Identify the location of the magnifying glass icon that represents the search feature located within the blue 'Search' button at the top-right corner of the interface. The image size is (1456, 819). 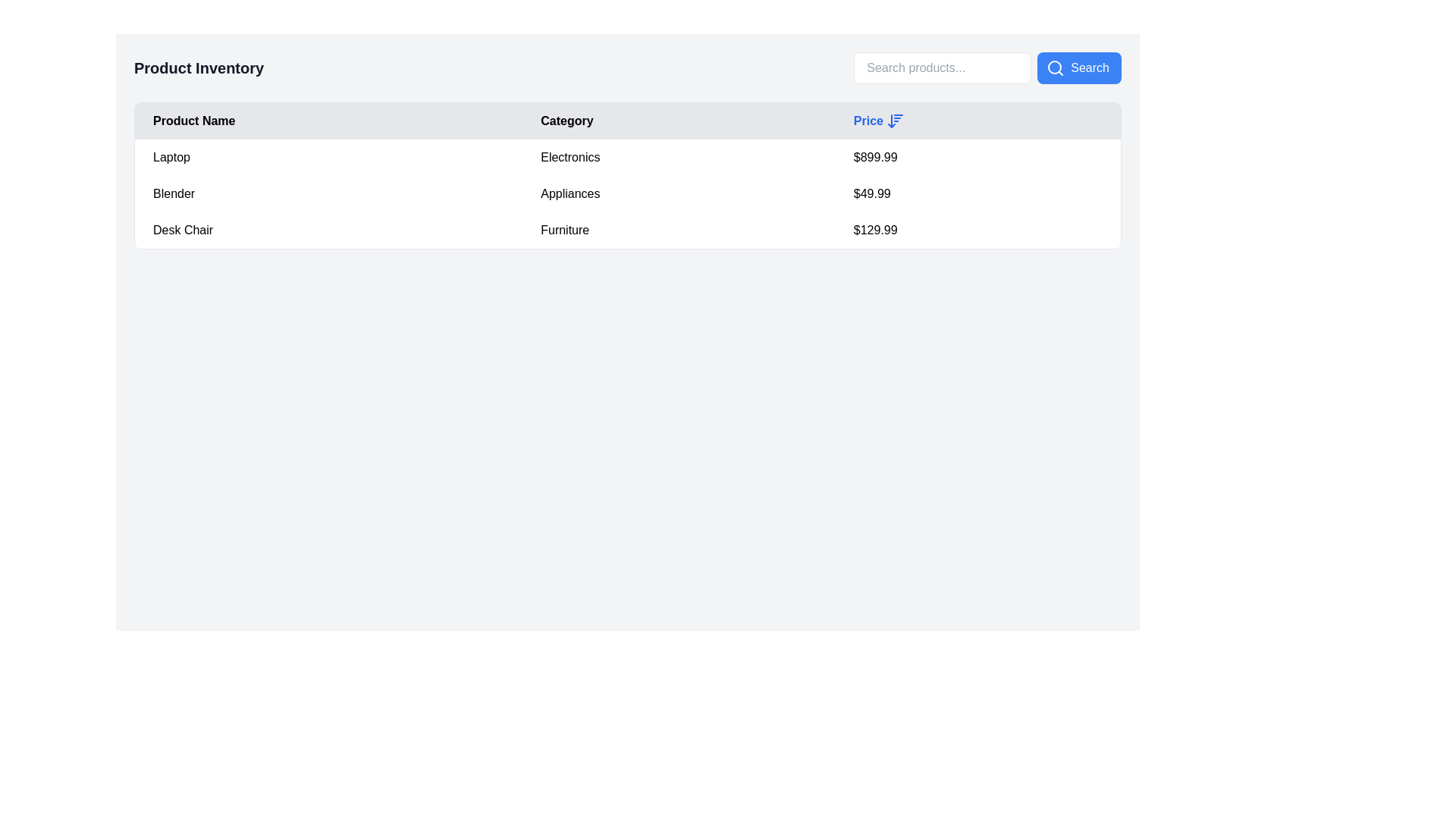
(1055, 67).